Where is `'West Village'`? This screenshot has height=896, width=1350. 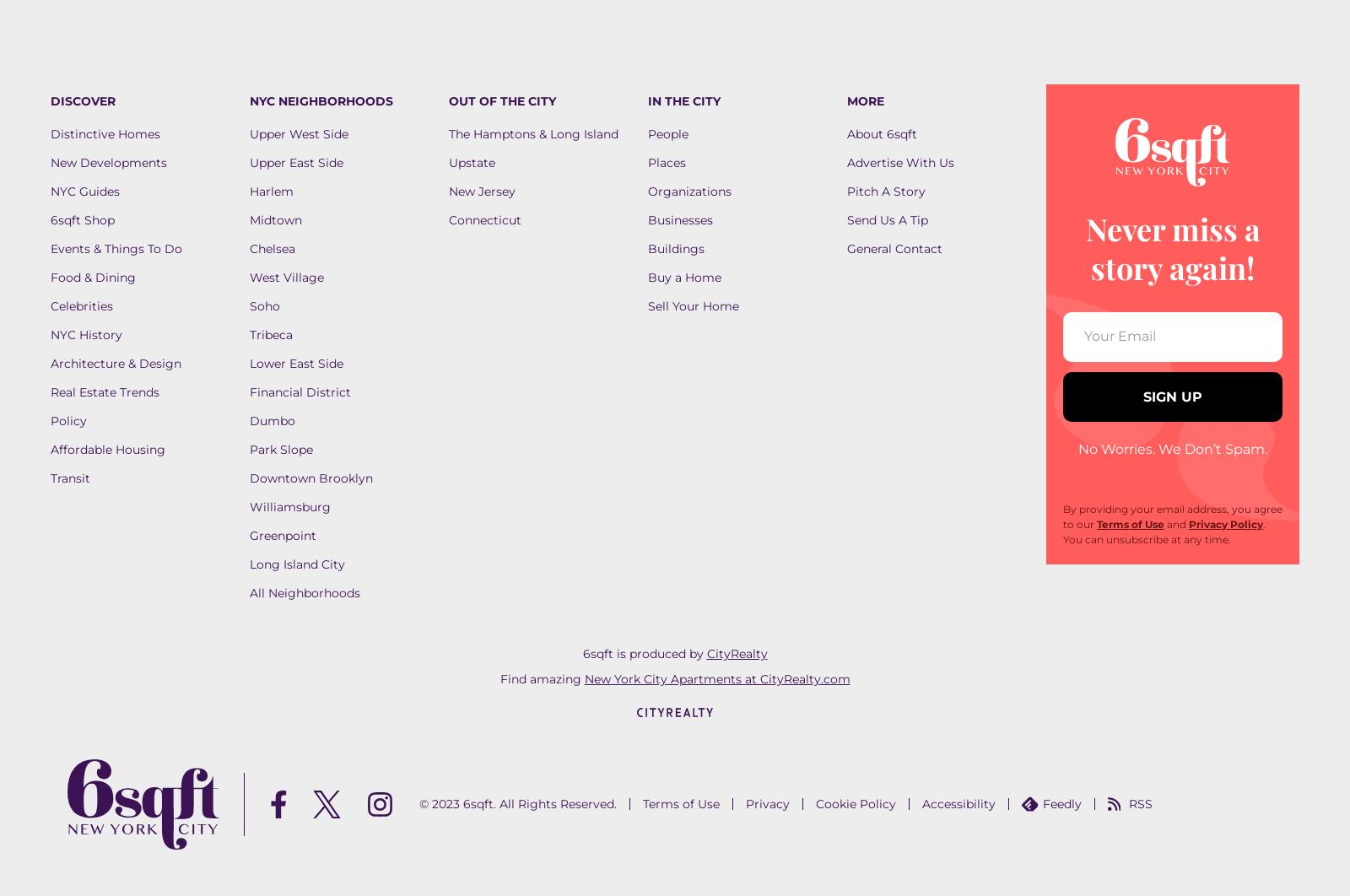 'West Village' is located at coordinates (287, 276).